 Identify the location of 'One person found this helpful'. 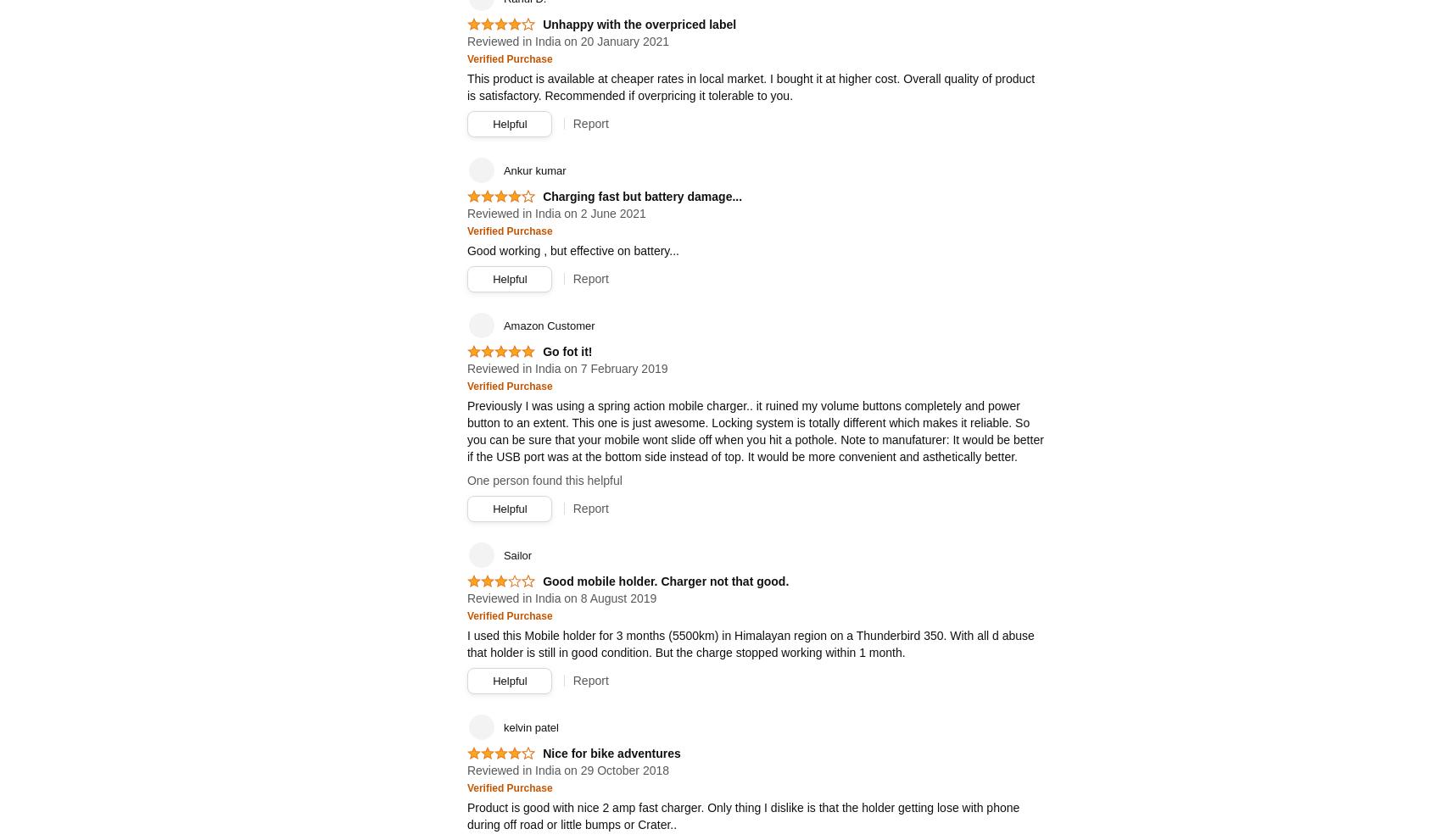
(544, 479).